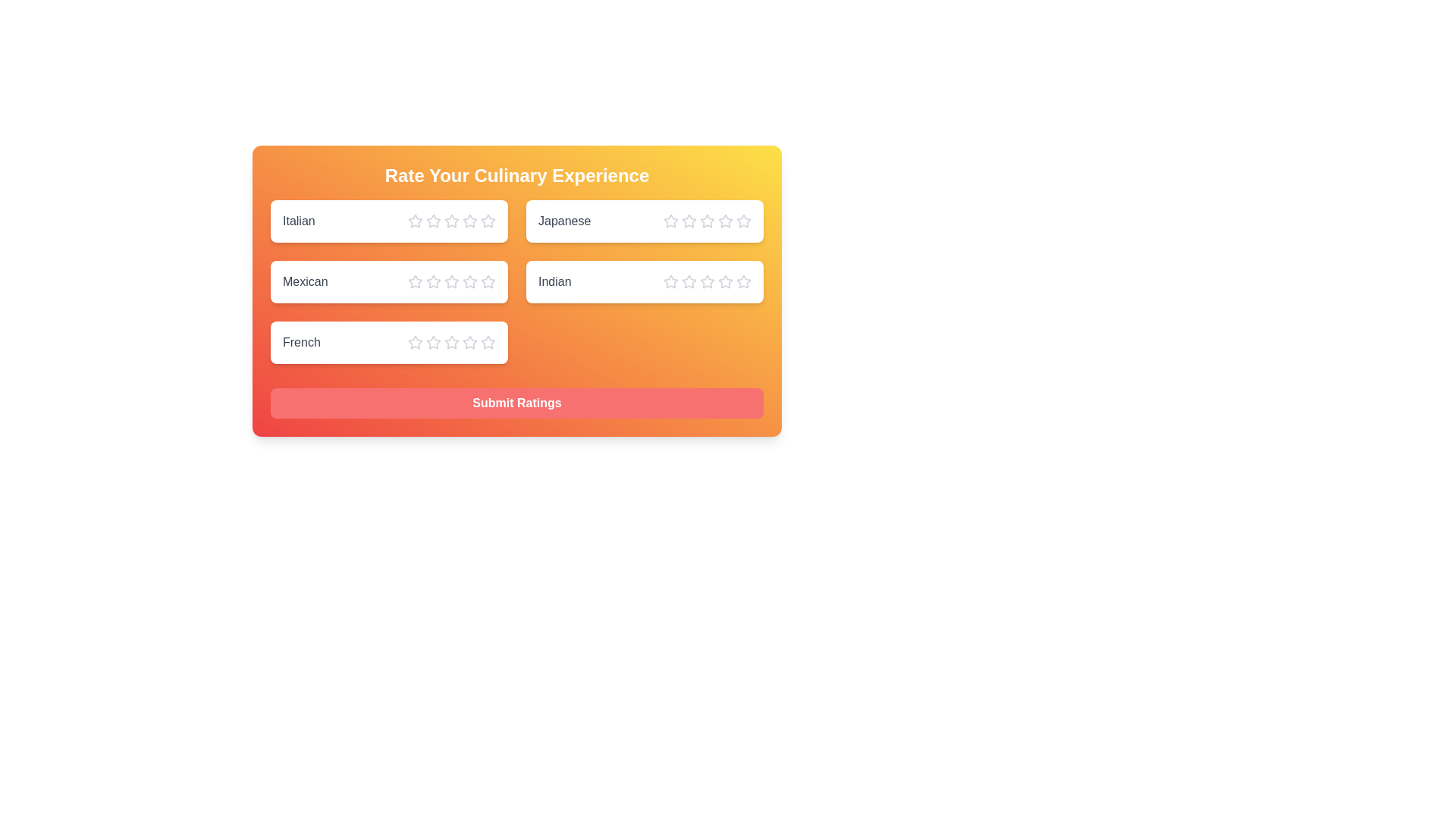 The height and width of the screenshot is (819, 1456). What do you see at coordinates (432, 342) in the screenshot?
I see `the star corresponding to the rating 2 for the cuisine French` at bounding box center [432, 342].